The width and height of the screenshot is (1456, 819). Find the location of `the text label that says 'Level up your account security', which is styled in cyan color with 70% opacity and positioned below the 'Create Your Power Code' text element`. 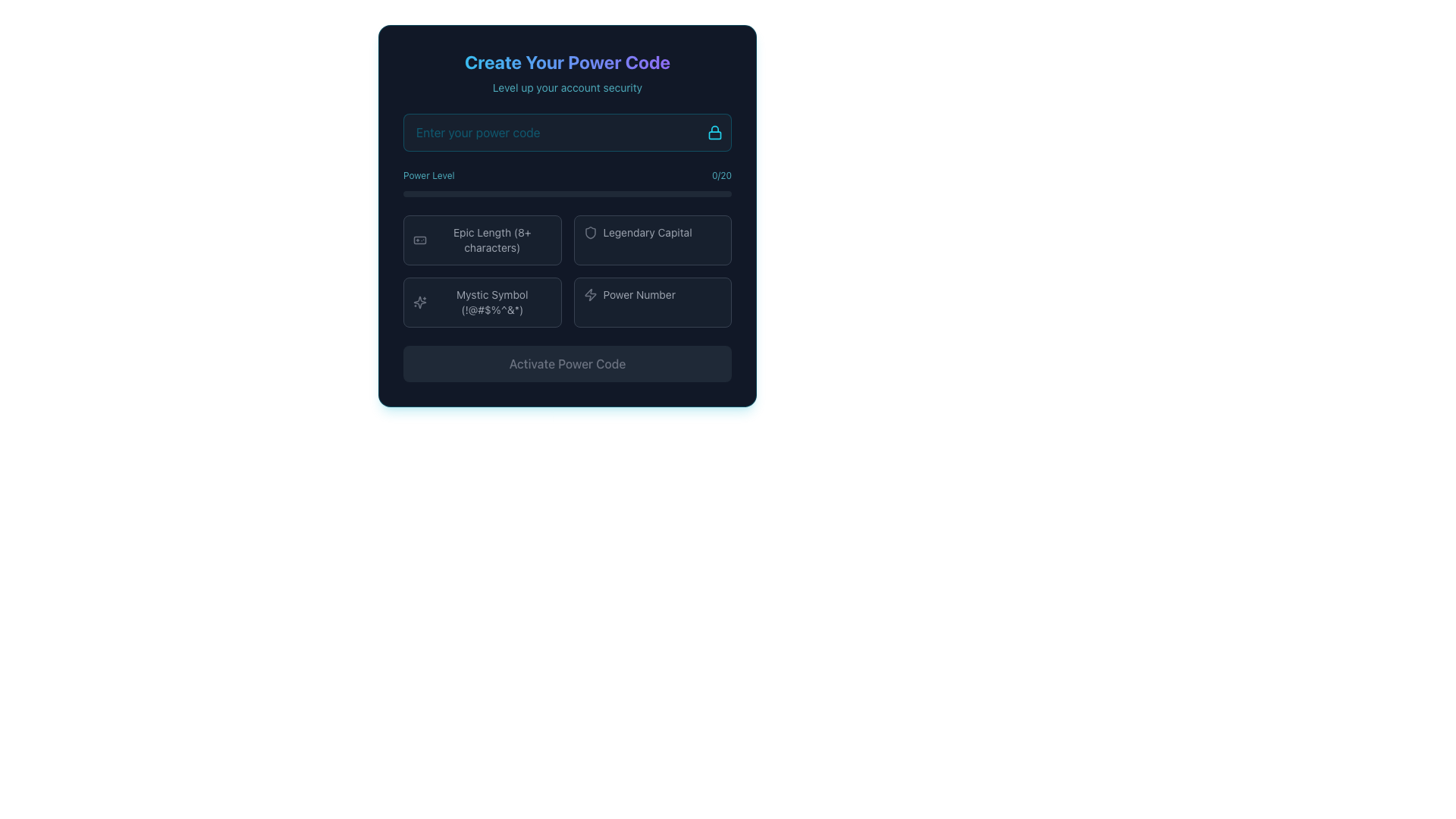

the text label that says 'Level up your account security', which is styled in cyan color with 70% opacity and positioned below the 'Create Your Power Code' text element is located at coordinates (566, 87).